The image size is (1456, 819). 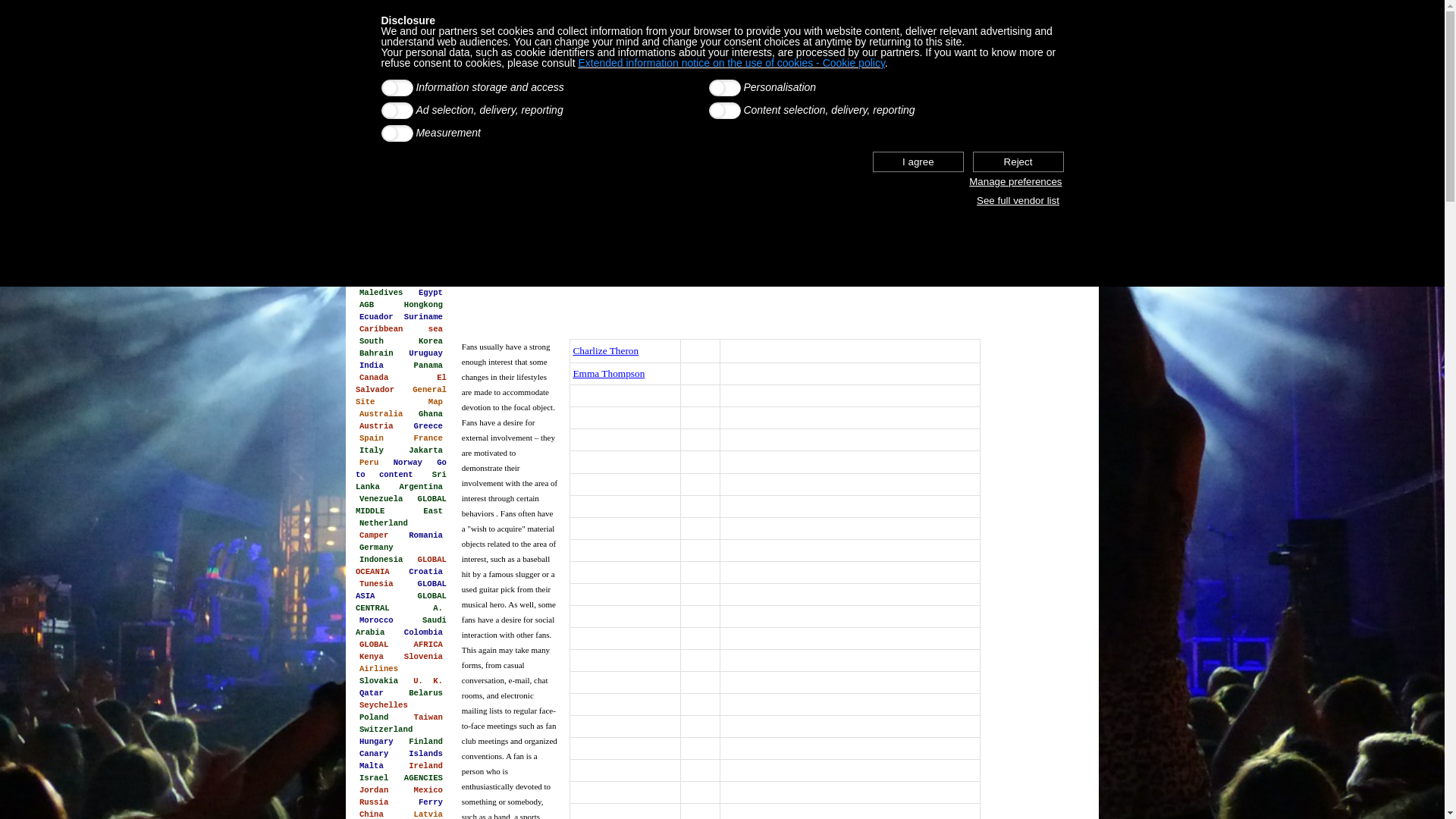 I want to click on 'Jakarta', so click(x=425, y=450).